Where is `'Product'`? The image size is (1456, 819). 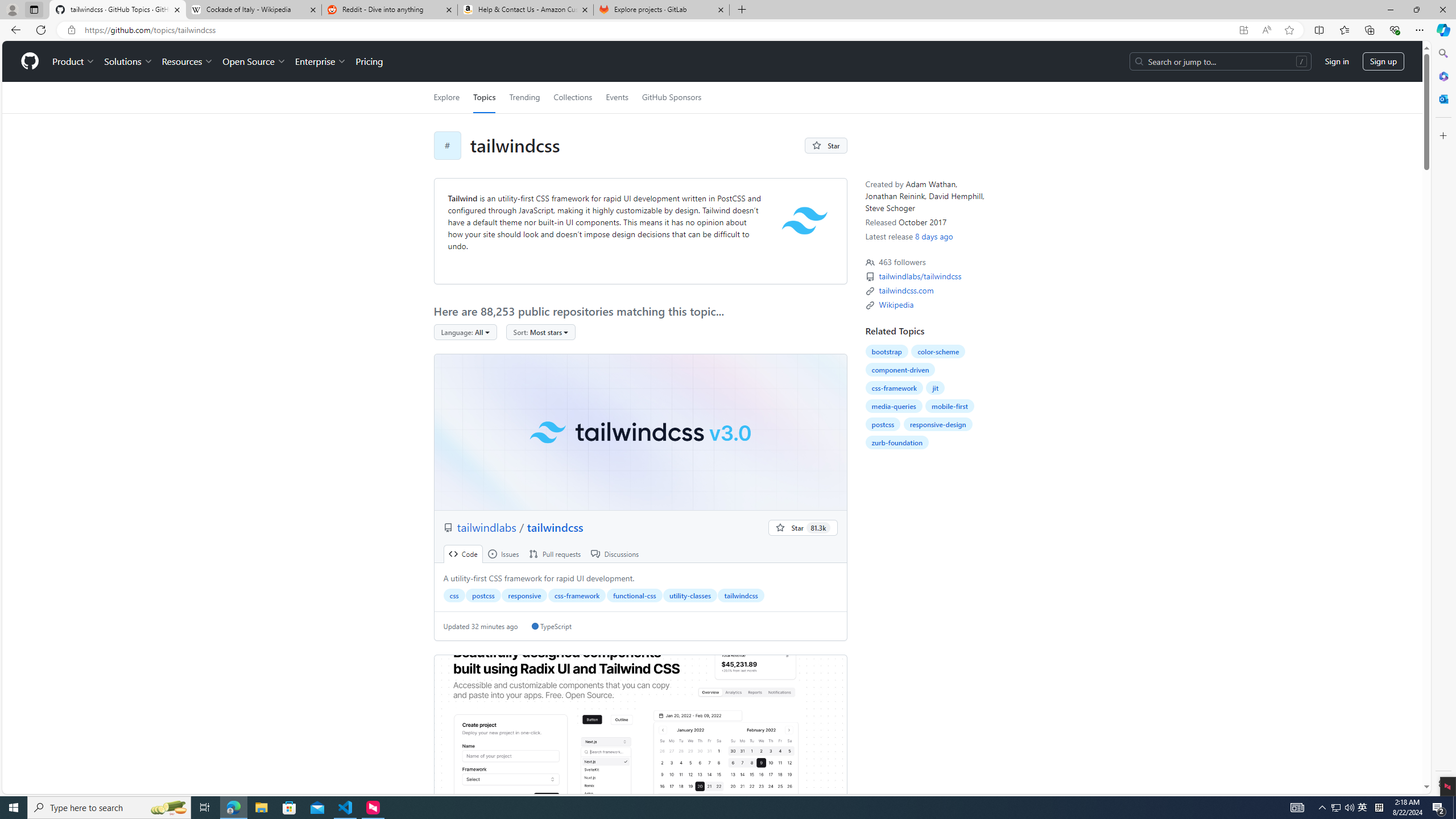 'Product' is located at coordinates (74, 61).